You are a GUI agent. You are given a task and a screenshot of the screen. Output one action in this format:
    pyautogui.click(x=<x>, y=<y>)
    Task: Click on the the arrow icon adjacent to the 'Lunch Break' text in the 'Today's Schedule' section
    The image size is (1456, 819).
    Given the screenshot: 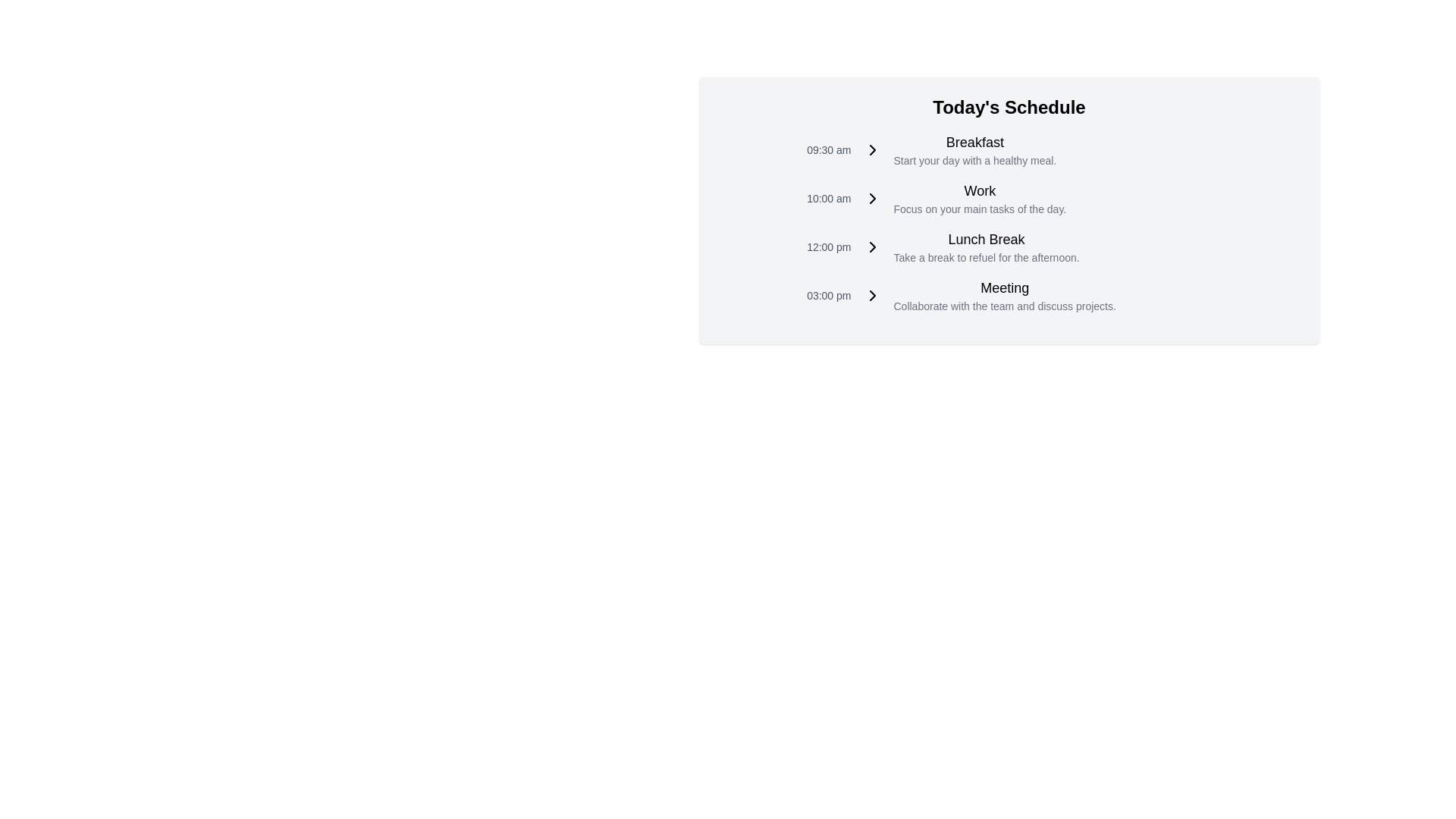 What is the action you would take?
    pyautogui.click(x=872, y=246)
    